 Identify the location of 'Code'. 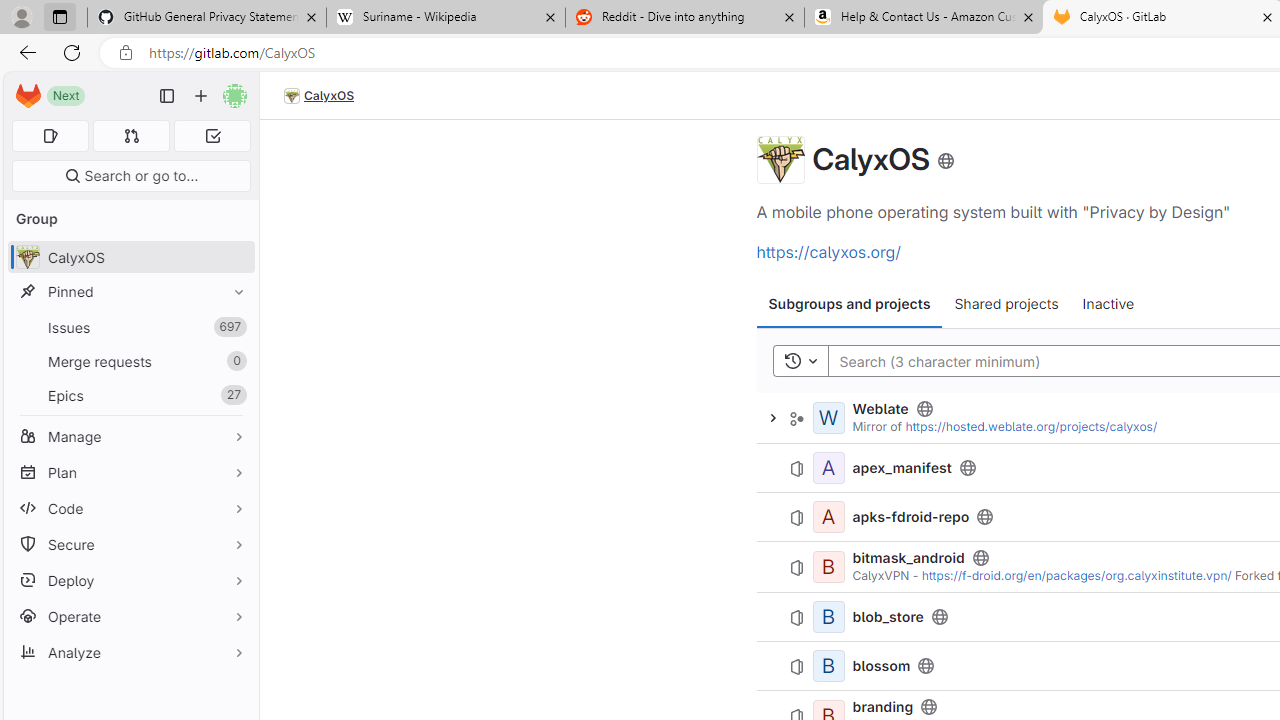
(130, 507).